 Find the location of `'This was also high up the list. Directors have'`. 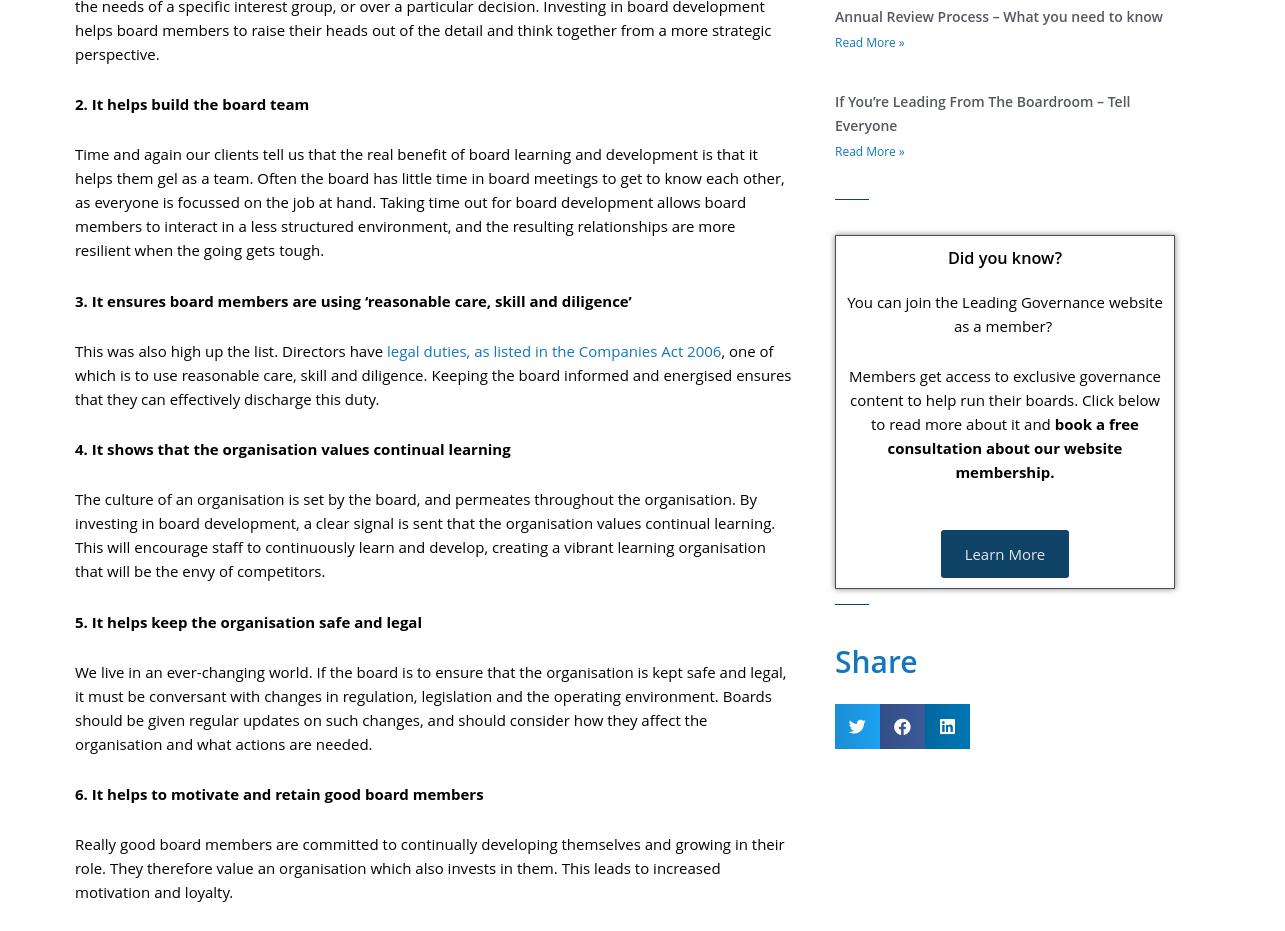

'This was also high up the list. Directors have' is located at coordinates (75, 349).